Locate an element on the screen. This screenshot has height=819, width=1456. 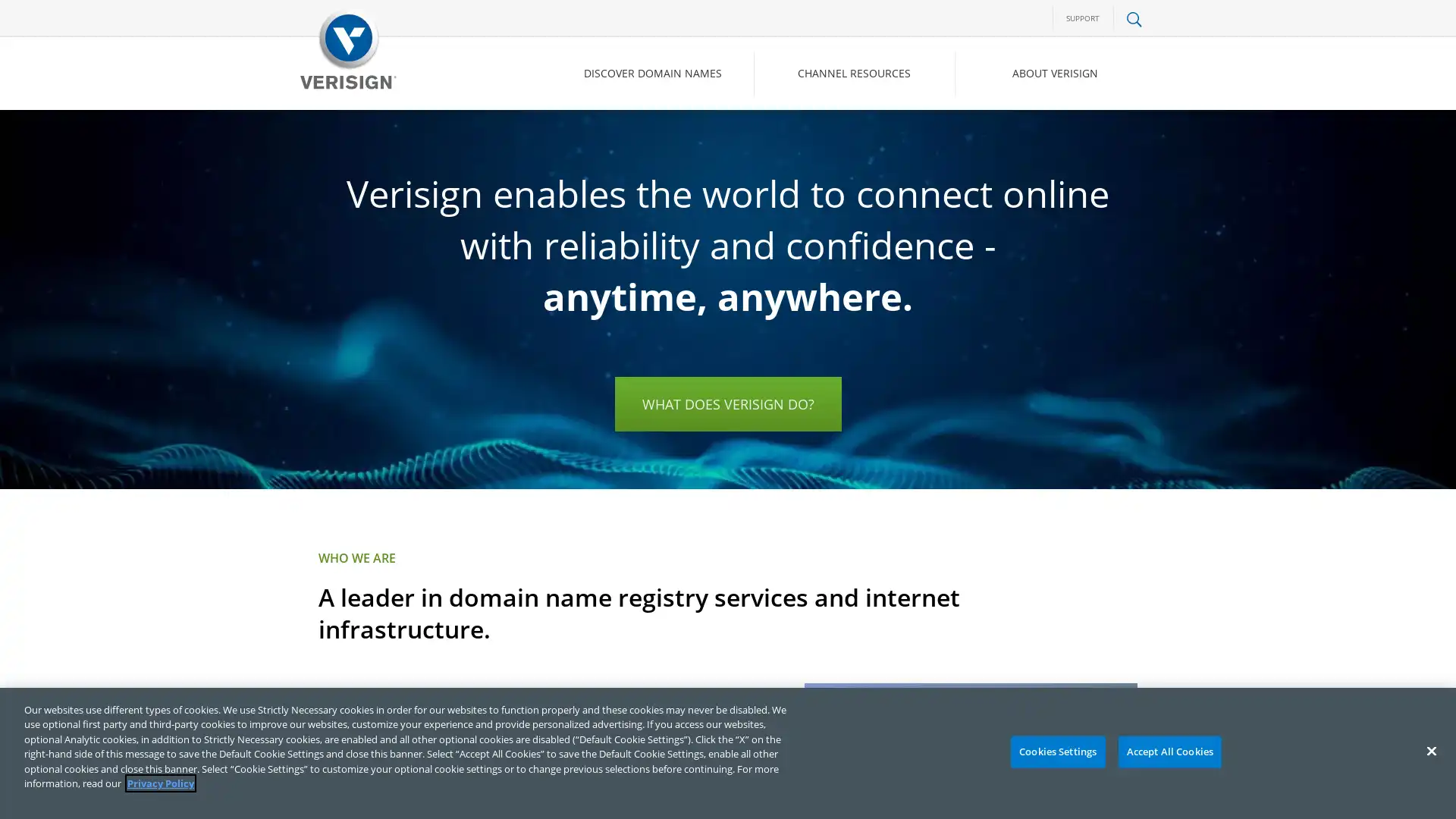
Close is located at coordinates (1430, 751).